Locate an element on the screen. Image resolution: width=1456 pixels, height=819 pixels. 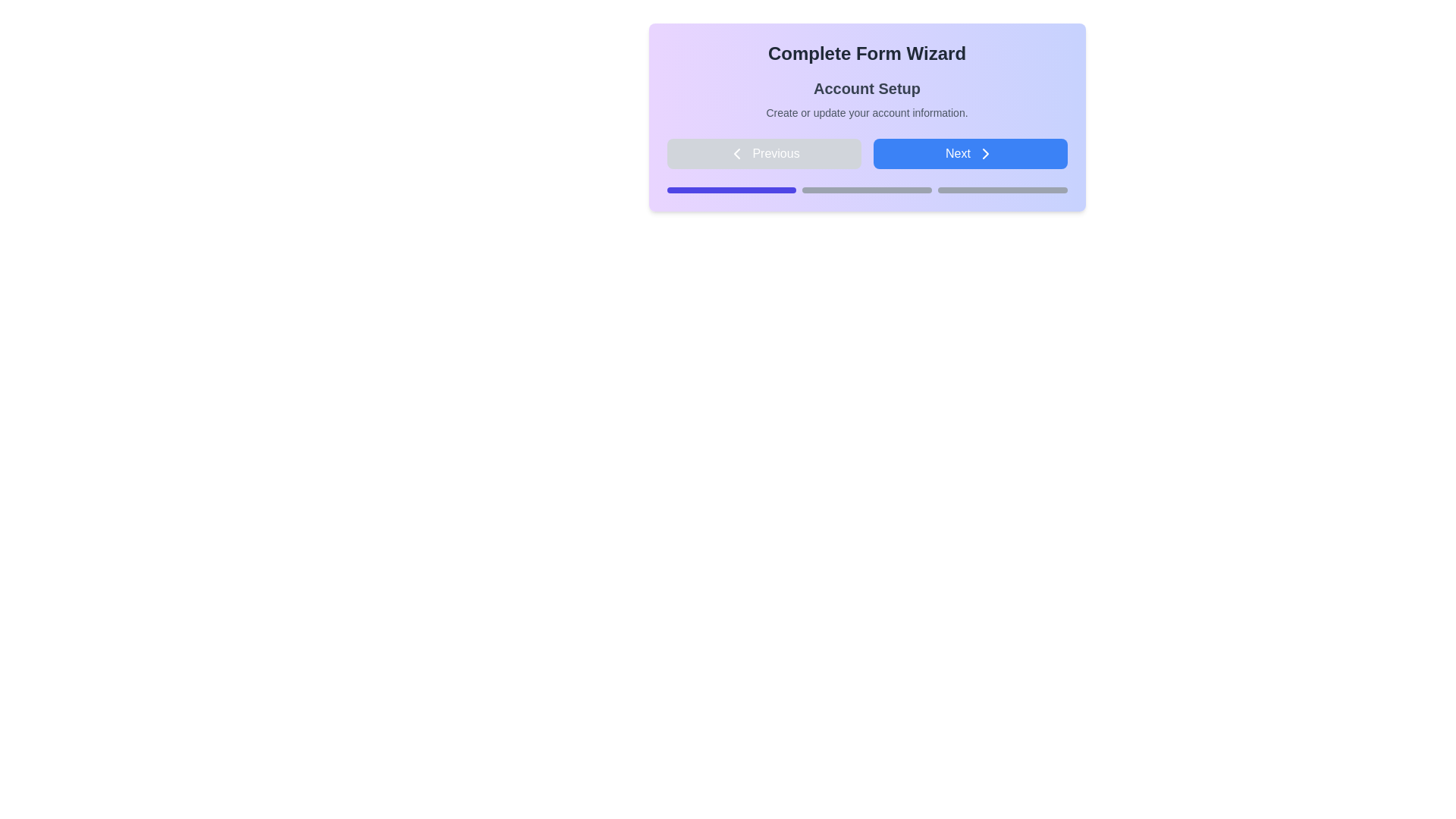
the Text Display element that introduces the purpose of the current step as 'Account Setup', located centrally under the title 'Complete Form Wizard' is located at coordinates (867, 99).